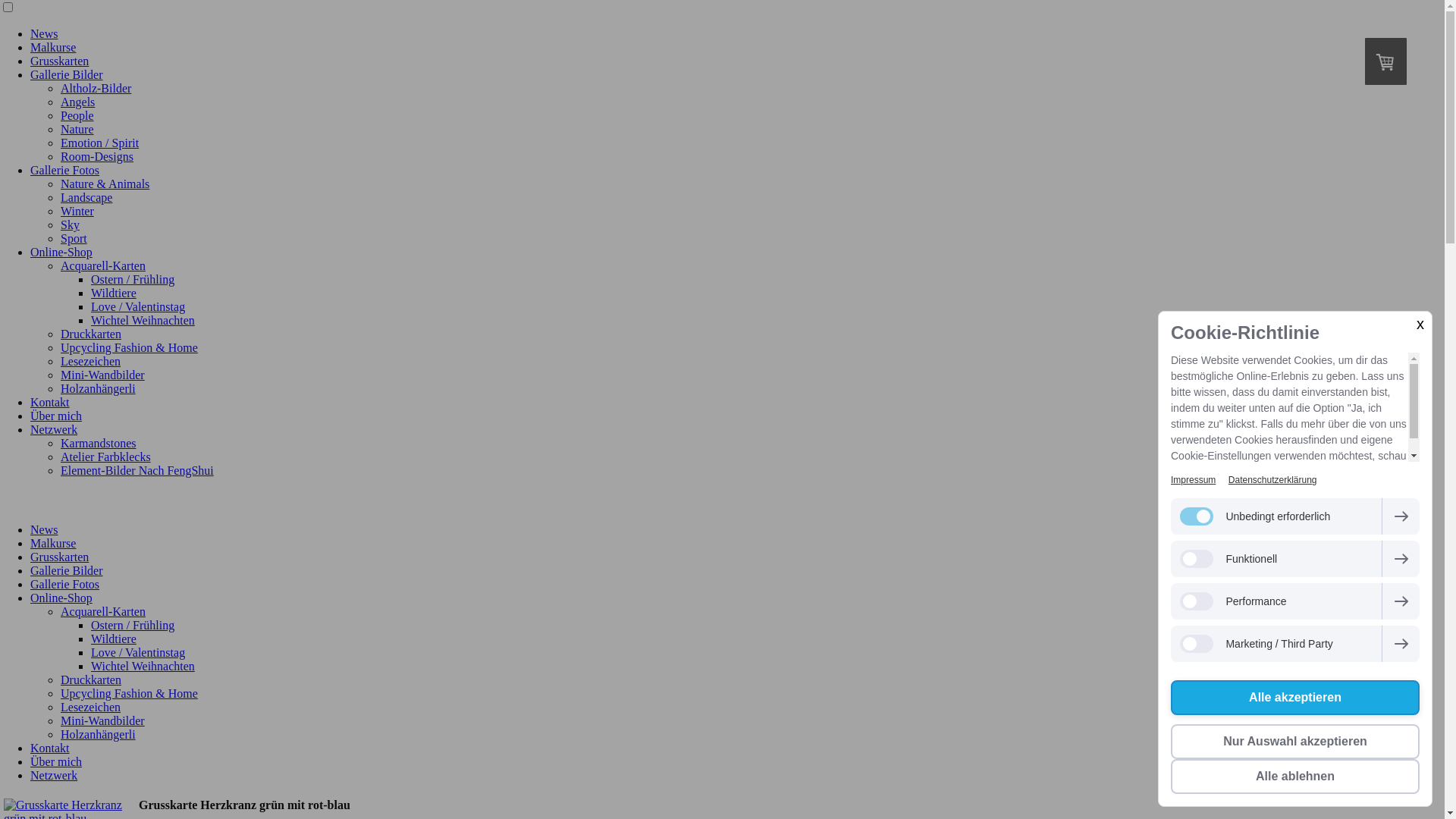 The height and width of the screenshot is (819, 1456). What do you see at coordinates (1294, 698) in the screenshot?
I see `'Alle akzeptieren'` at bounding box center [1294, 698].